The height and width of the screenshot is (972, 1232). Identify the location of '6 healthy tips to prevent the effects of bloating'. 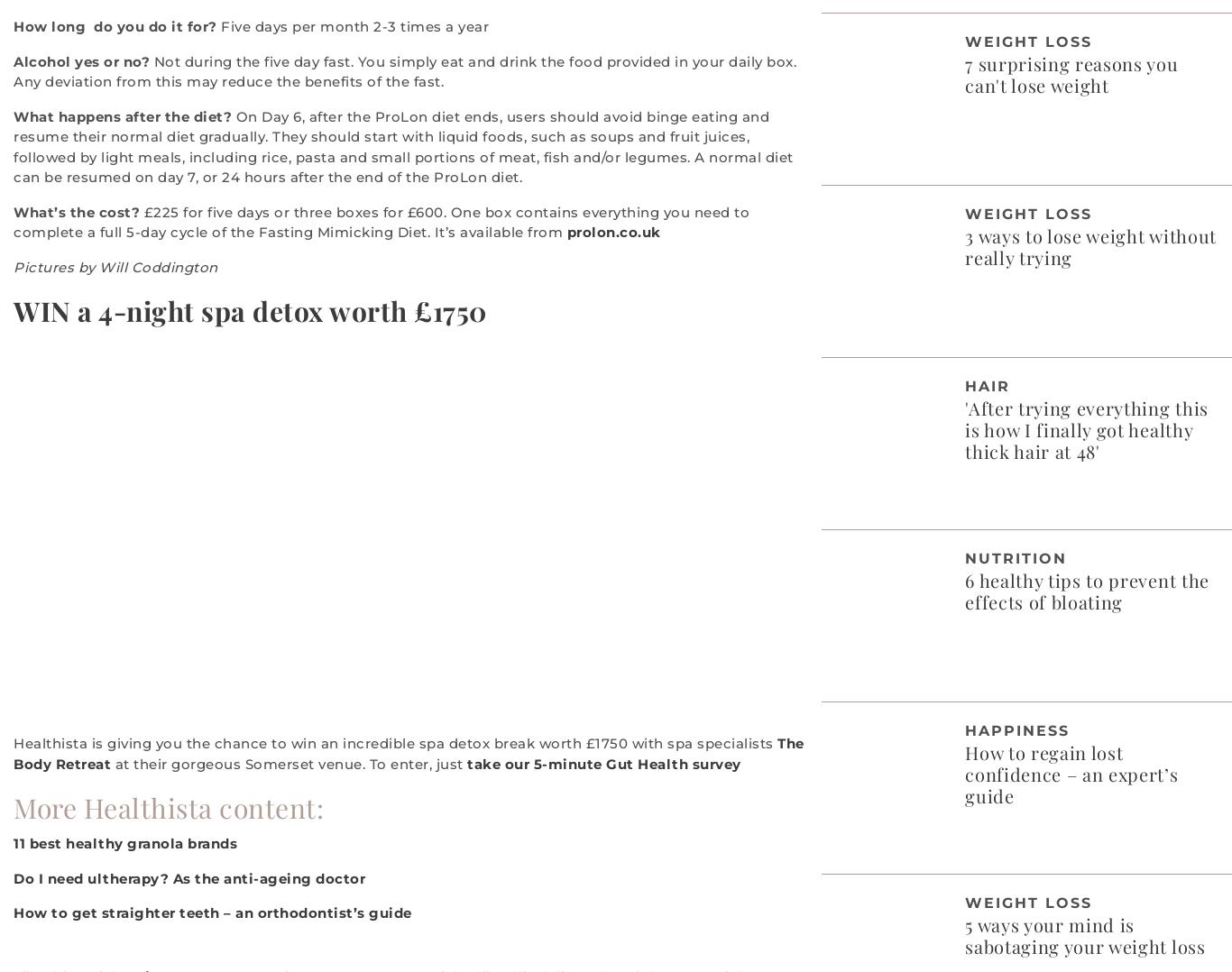
(1086, 589).